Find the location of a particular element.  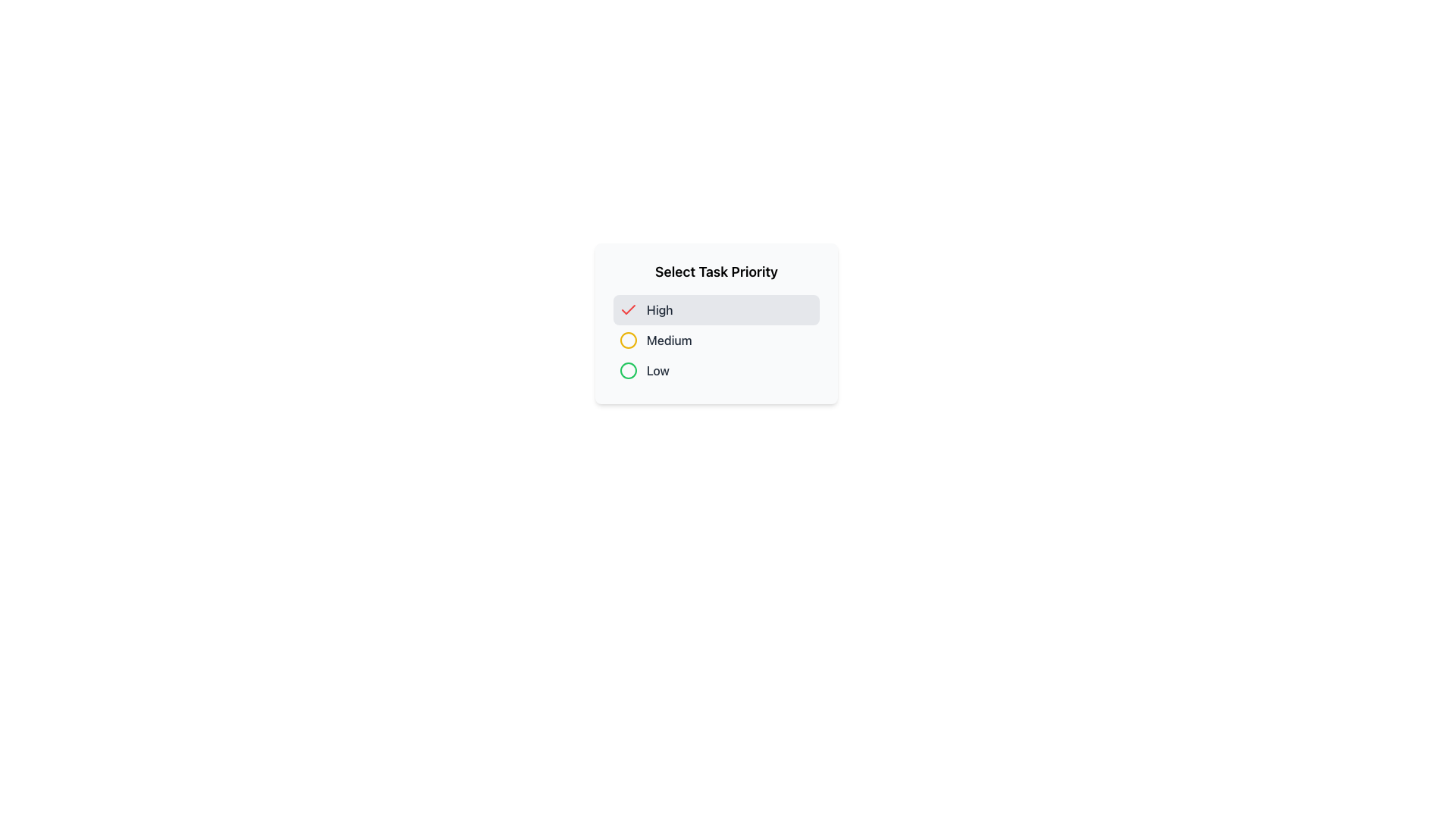

the 'Medium' priority text label located in the second row of the task priority options, next to the yellow circular icon is located at coordinates (668, 339).